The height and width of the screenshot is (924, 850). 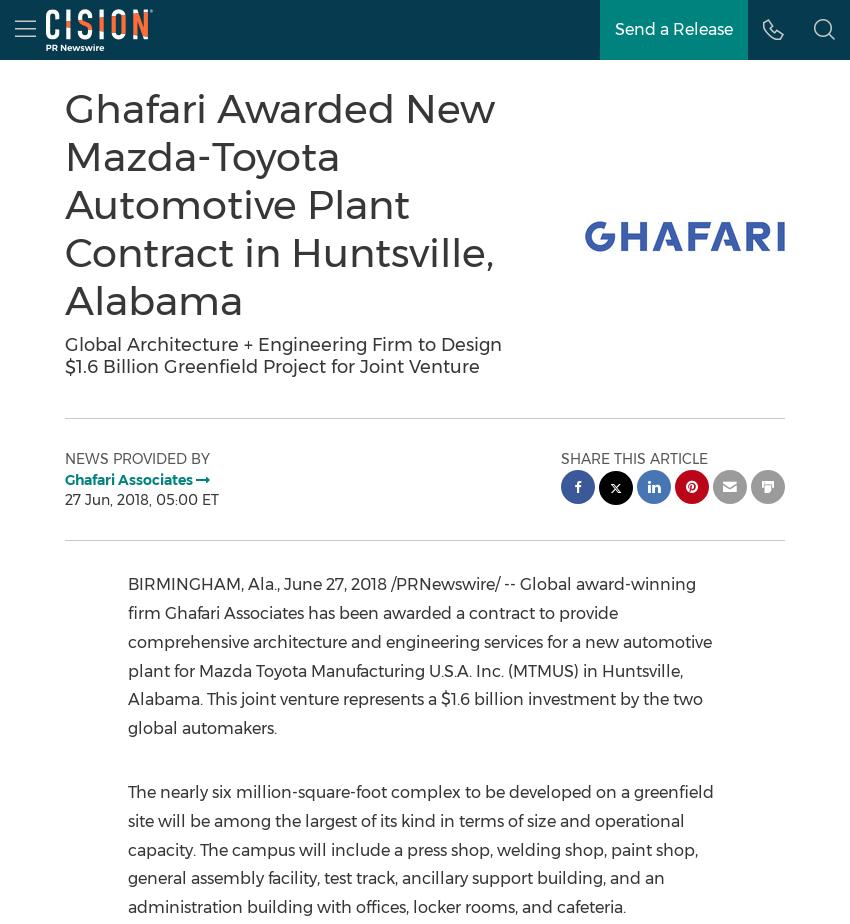 I want to click on 'Global Architecture + Engineering Firm to Design $1.6 Billion Greenfield Project for Joint Venture', so click(x=65, y=355).